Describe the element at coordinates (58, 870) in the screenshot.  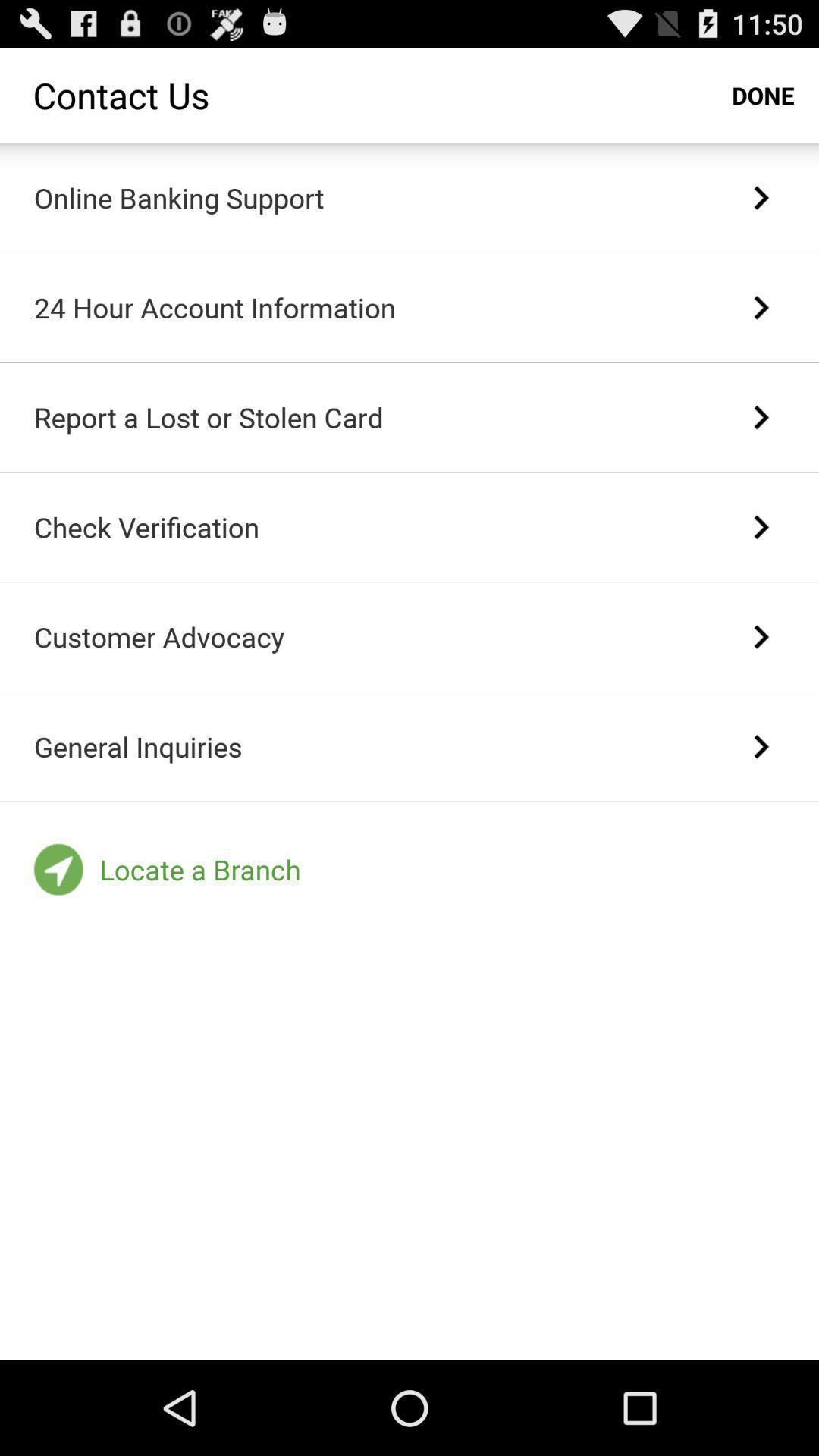
I see `the icon bottom left corner` at that location.